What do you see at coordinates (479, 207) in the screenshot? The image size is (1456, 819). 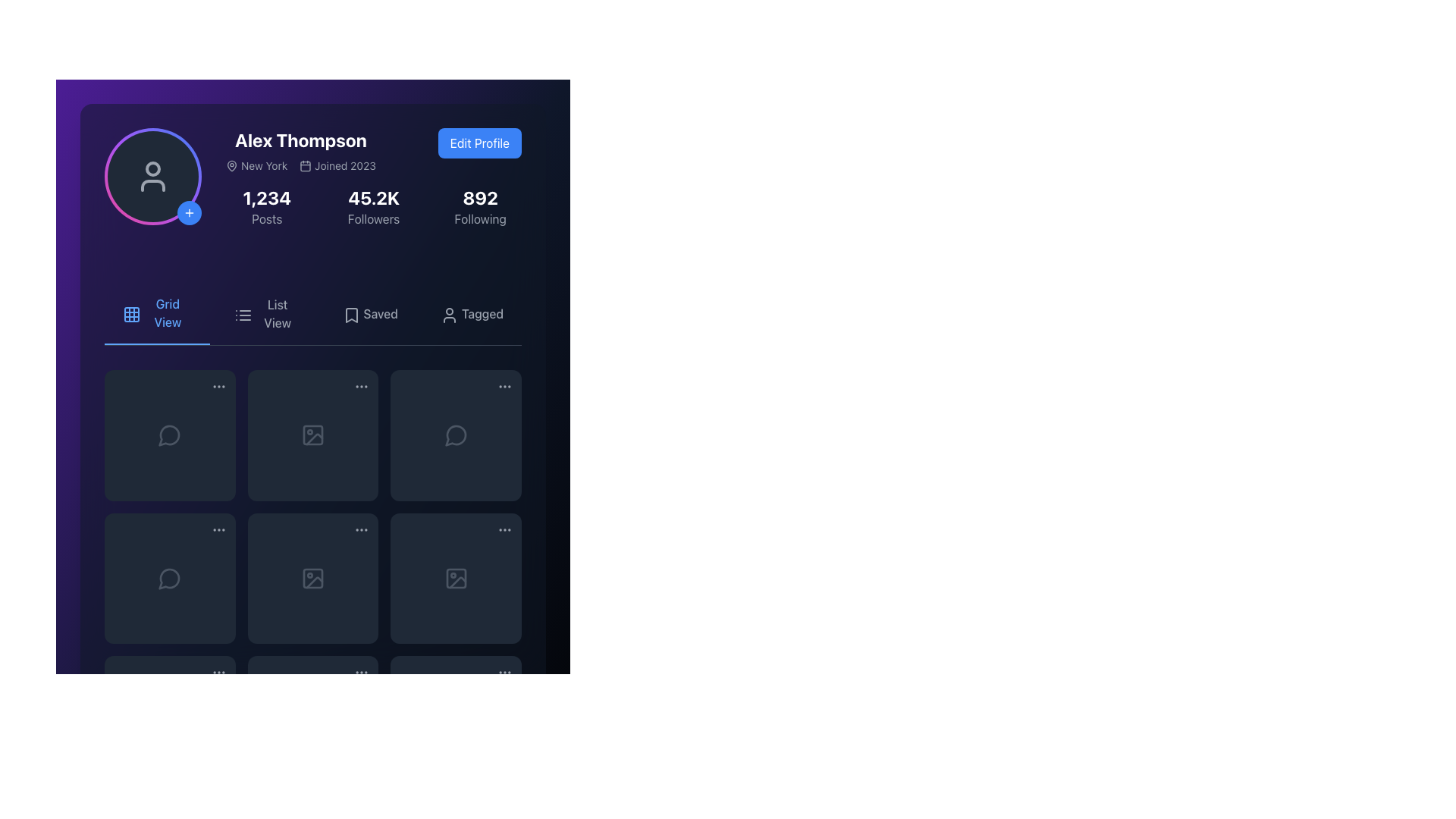 I see `the text display component that shows the count of accounts being followed by the user, labeled 'Following.'` at bounding box center [479, 207].